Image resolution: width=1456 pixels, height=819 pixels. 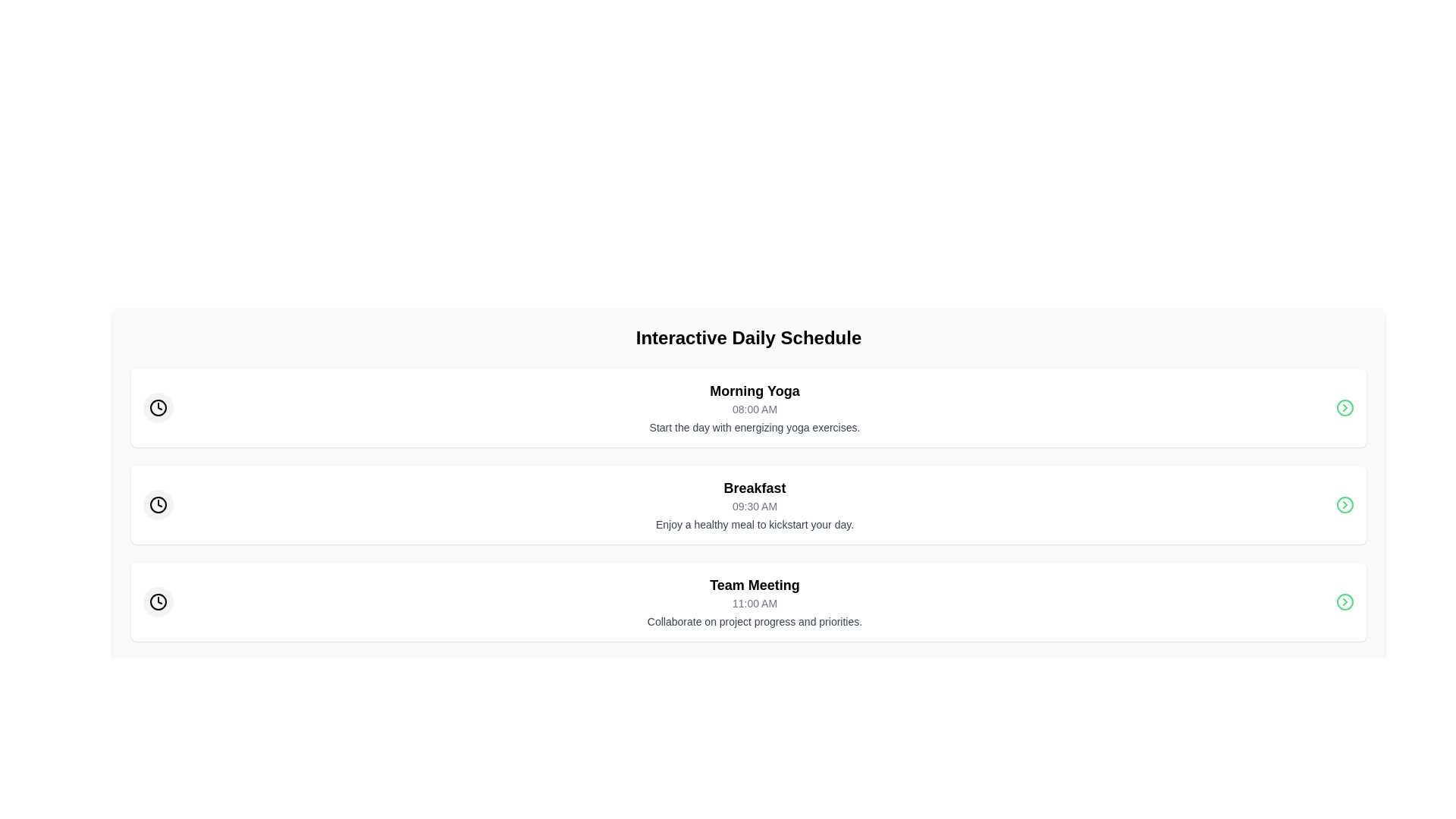 I want to click on the text display showing '11:00 AM', which is styled in a small gray font and positioned below the 'Team Meeting' title and above the descriptive text, so click(x=755, y=602).